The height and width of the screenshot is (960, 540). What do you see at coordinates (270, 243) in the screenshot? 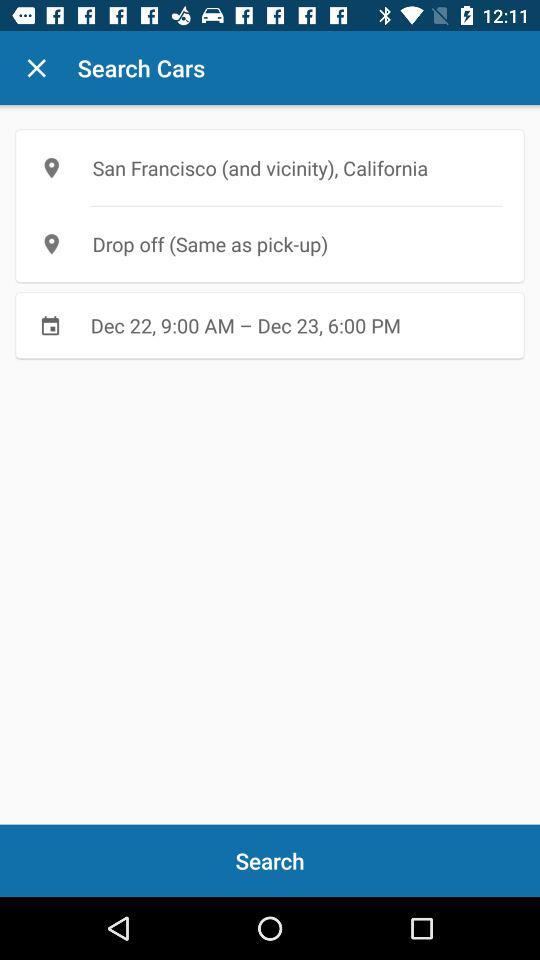
I see `item below the san francisco and icon` at bounding box center [270, 243].